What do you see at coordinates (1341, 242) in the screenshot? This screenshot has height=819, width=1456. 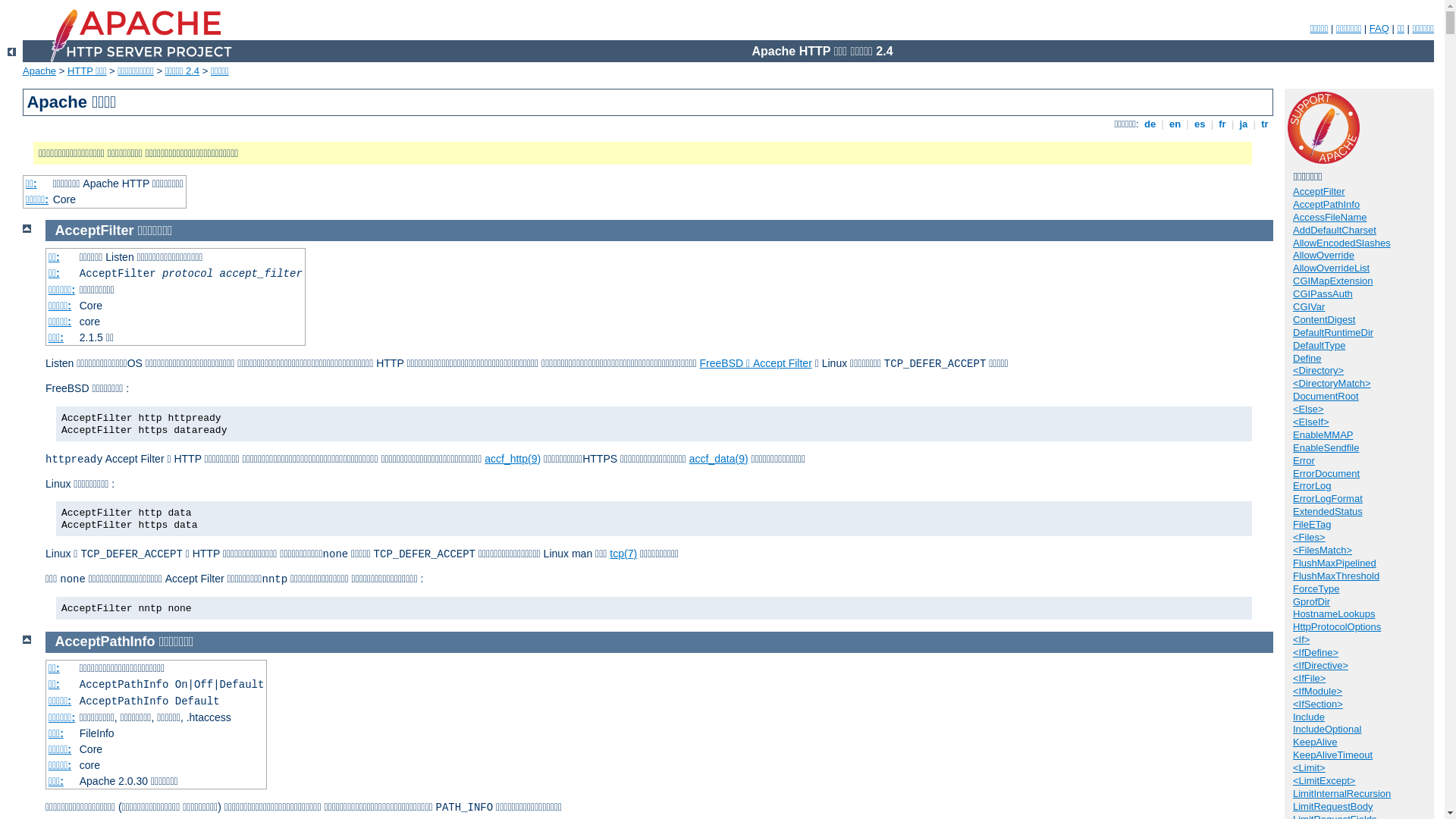 I see `'AllowEncodedSlashes'` at bounding box center [1341, 242].